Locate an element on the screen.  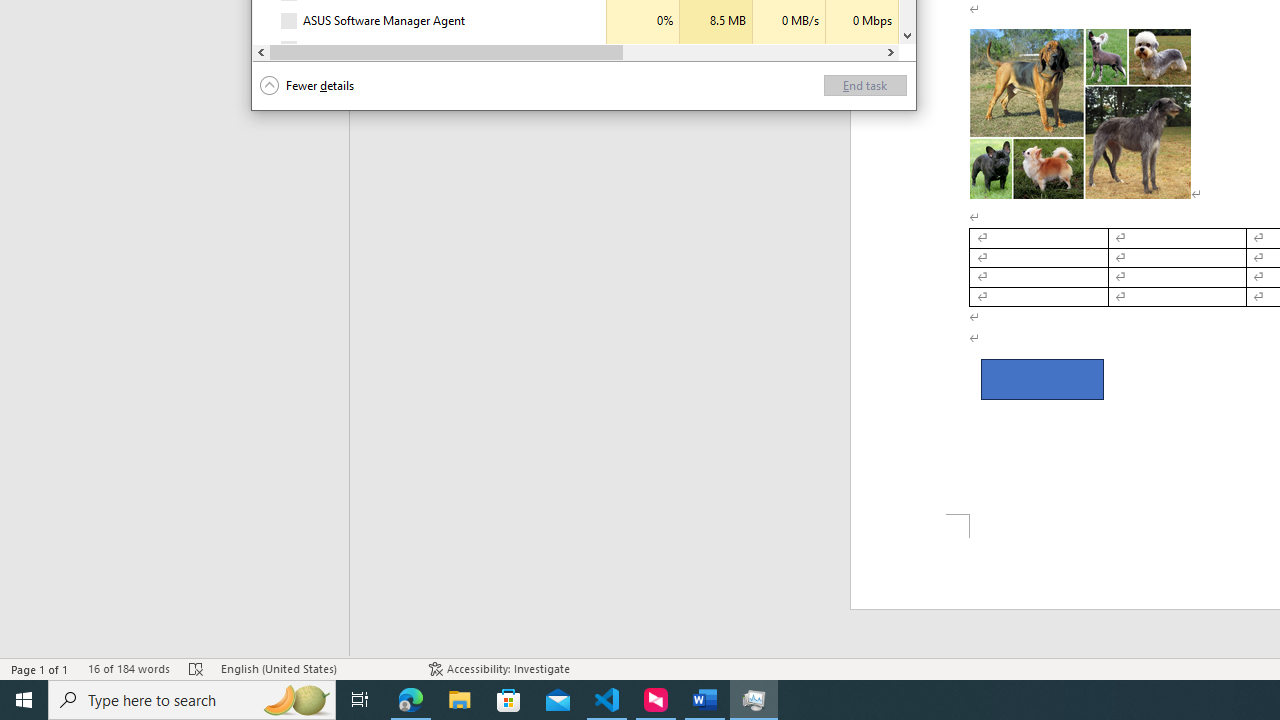
'Word - 1 running window' is located at coordinates (705, 698).